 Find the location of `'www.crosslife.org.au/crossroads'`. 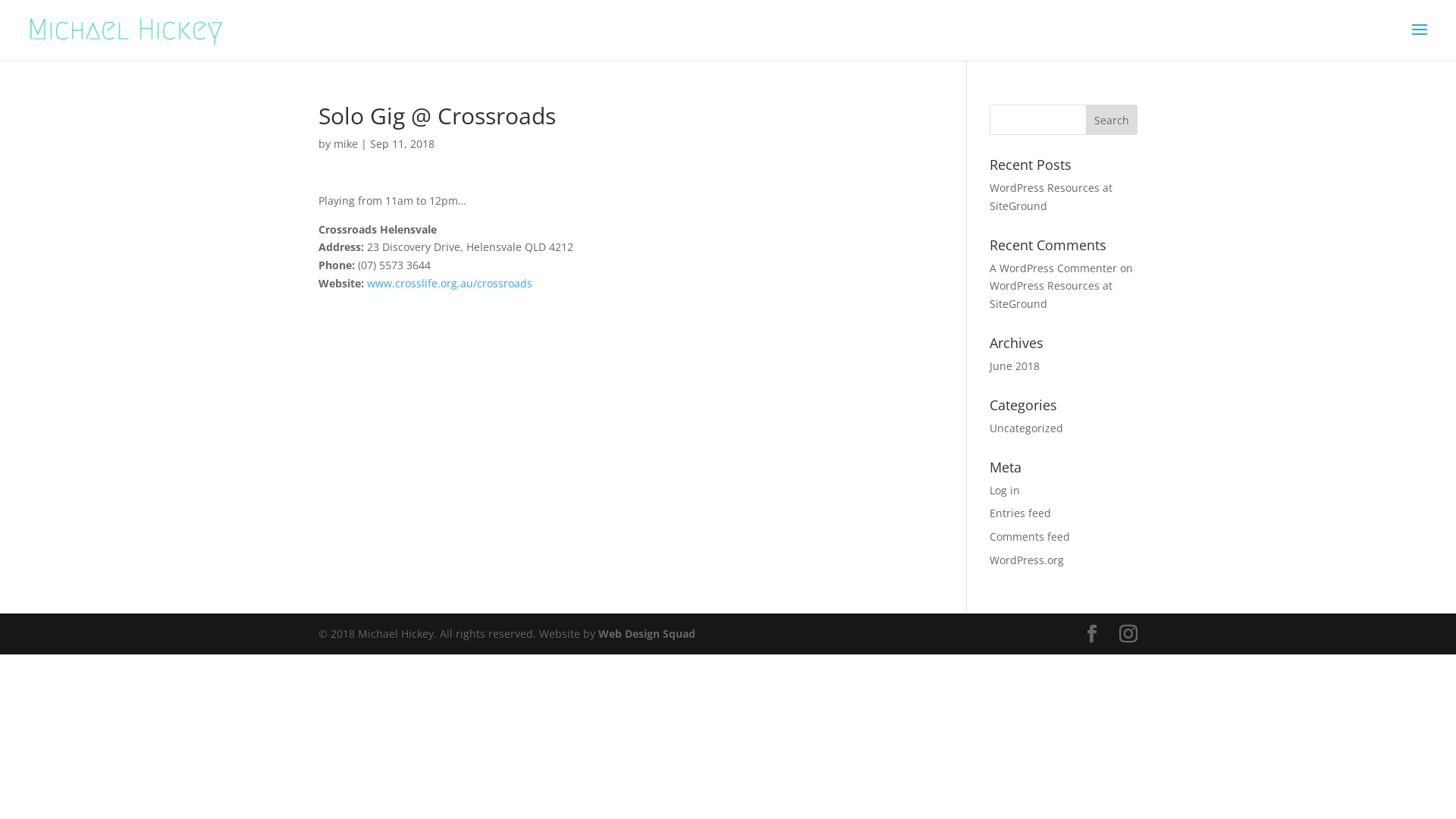

'www.crosslife.org.au/crossroads' is located at coordinates (367, 283).